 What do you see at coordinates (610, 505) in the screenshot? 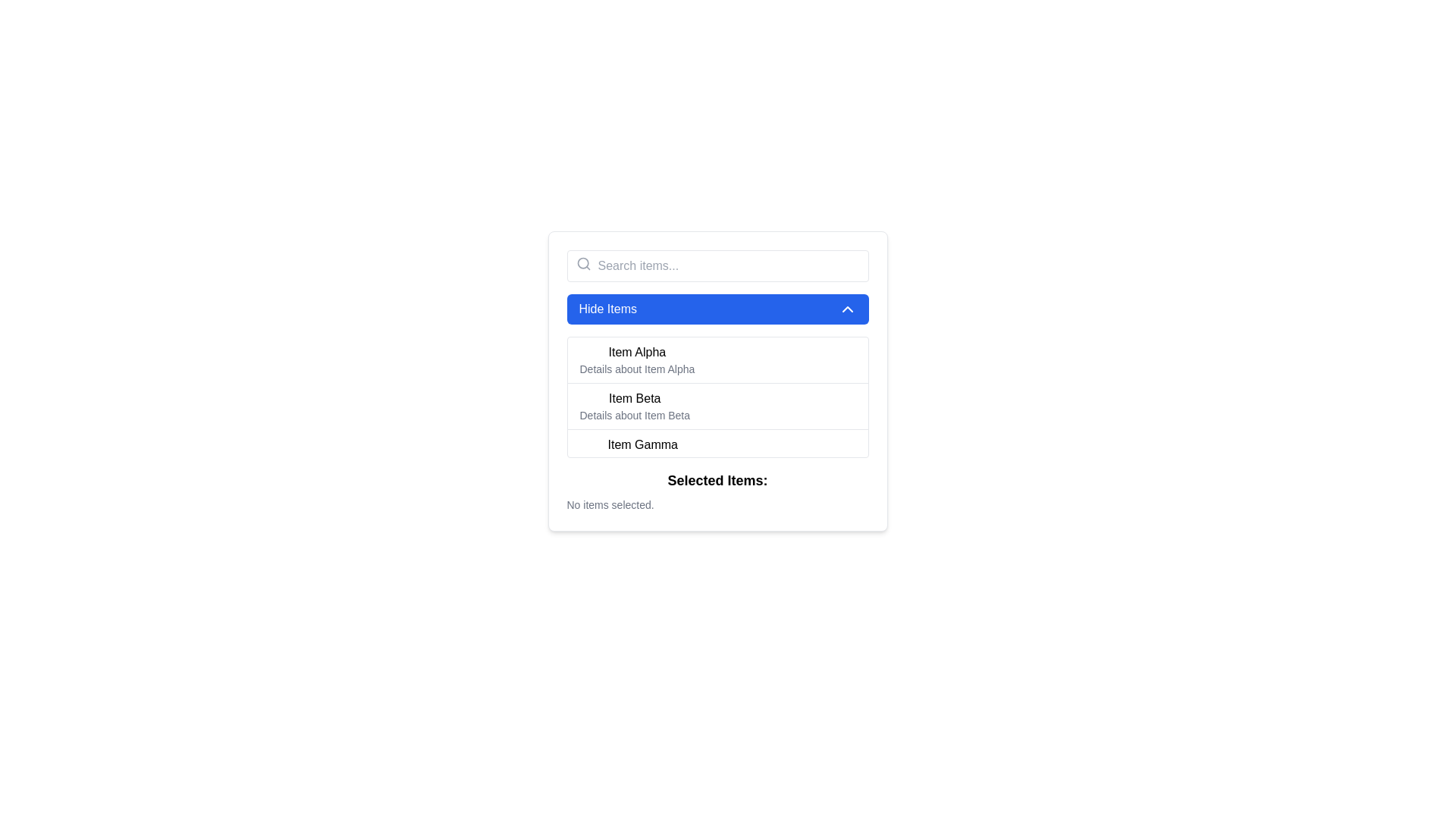
I see `the text label displaying 'No items selected.' which is positioned below the 'Selected Items:' label` at bounding box center [610, 505].